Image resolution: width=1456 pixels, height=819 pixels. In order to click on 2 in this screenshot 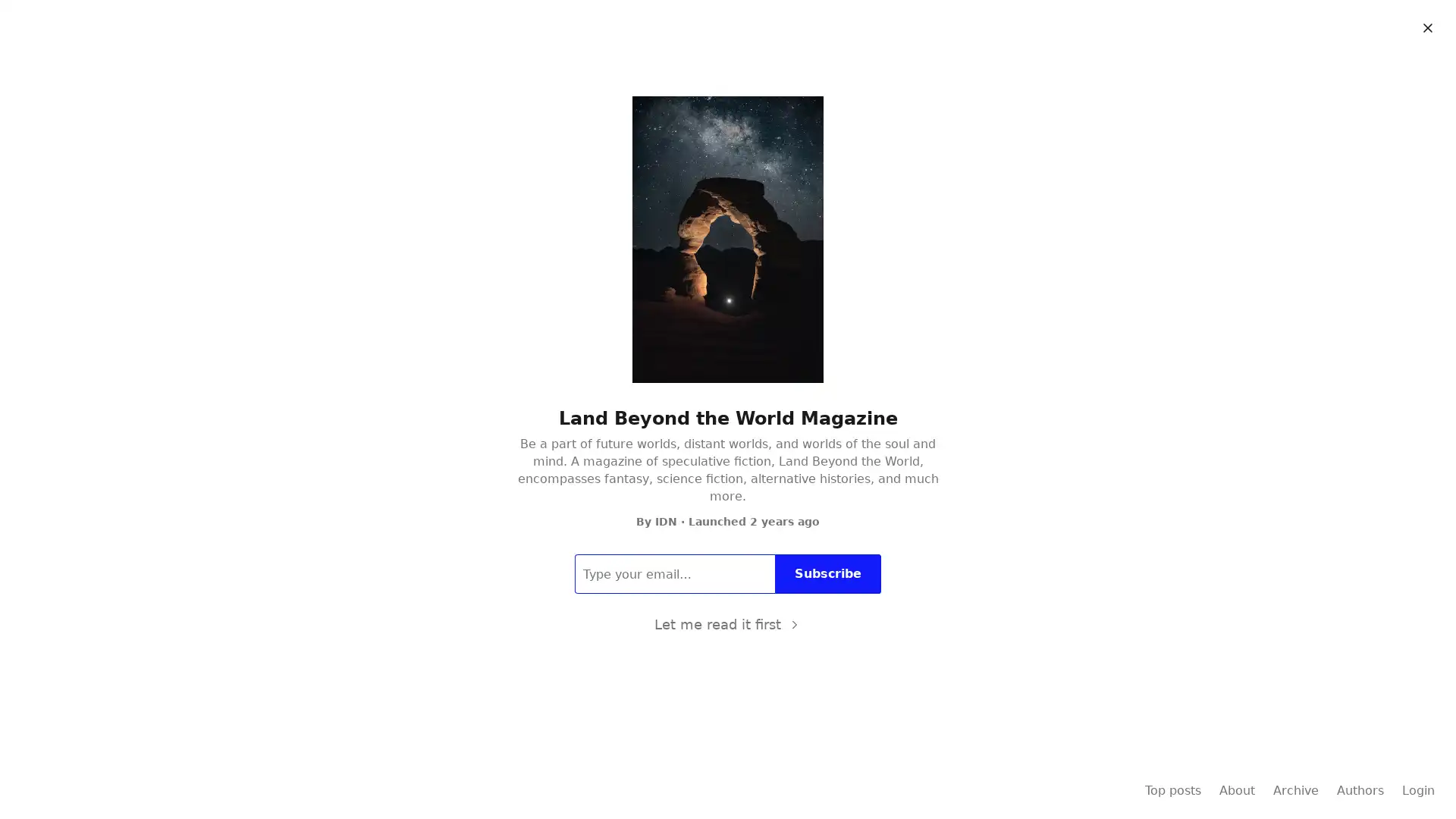, I will do `click(508, 499)`.